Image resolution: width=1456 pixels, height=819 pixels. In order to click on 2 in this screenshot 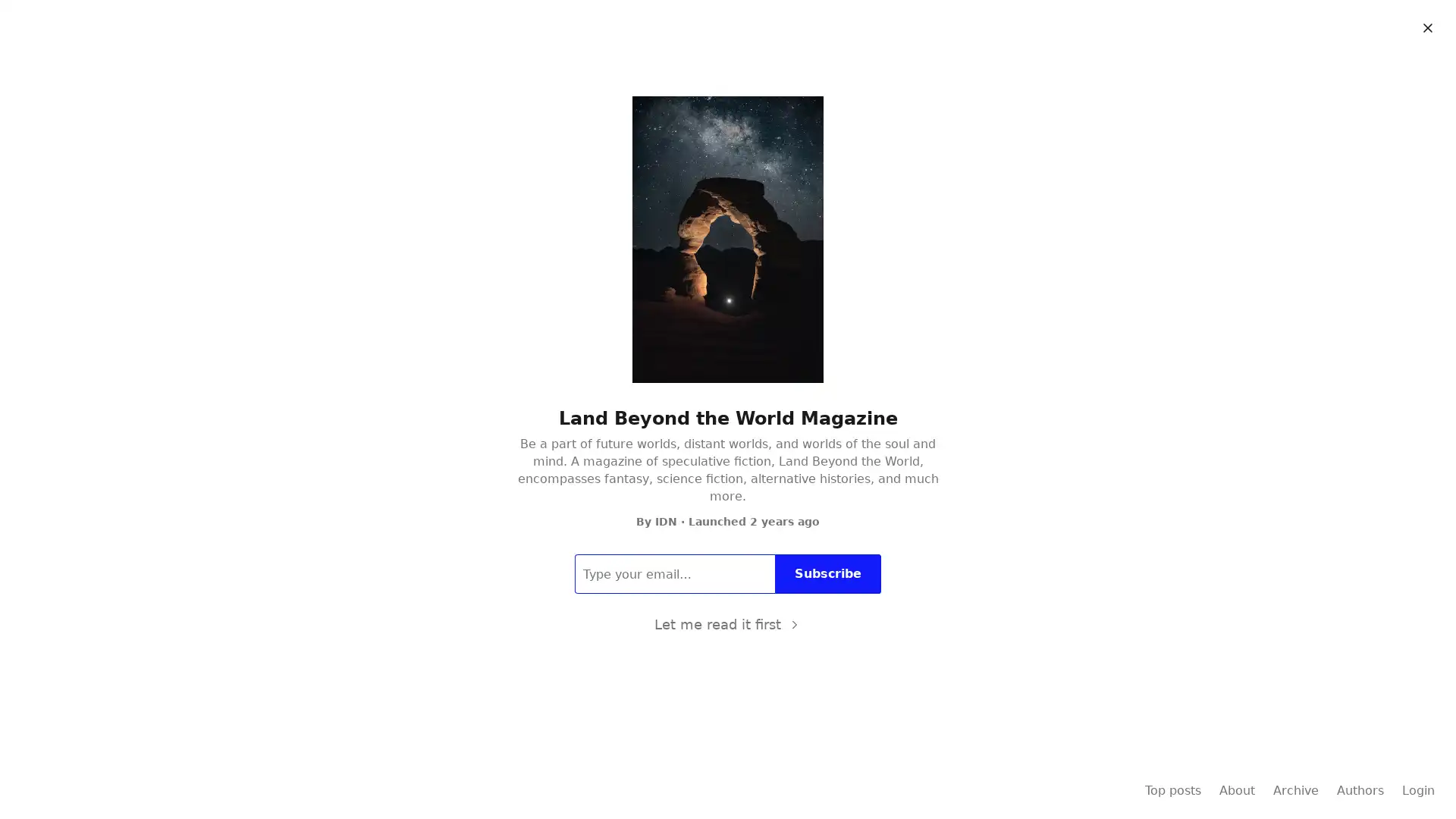, I will do `click(508, 499)`.